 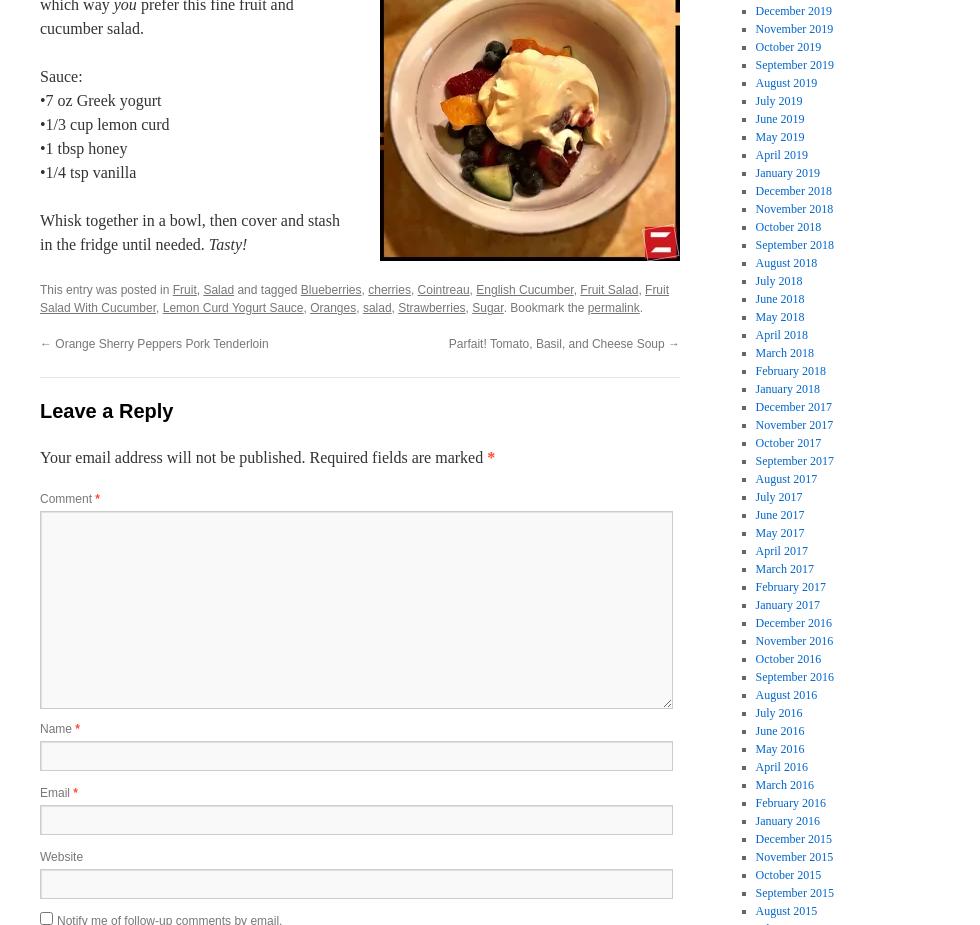 What do you see at coordinates (779, 297) in the screenshot?
I see `'June 2018'` at bounding box center [779, 297].